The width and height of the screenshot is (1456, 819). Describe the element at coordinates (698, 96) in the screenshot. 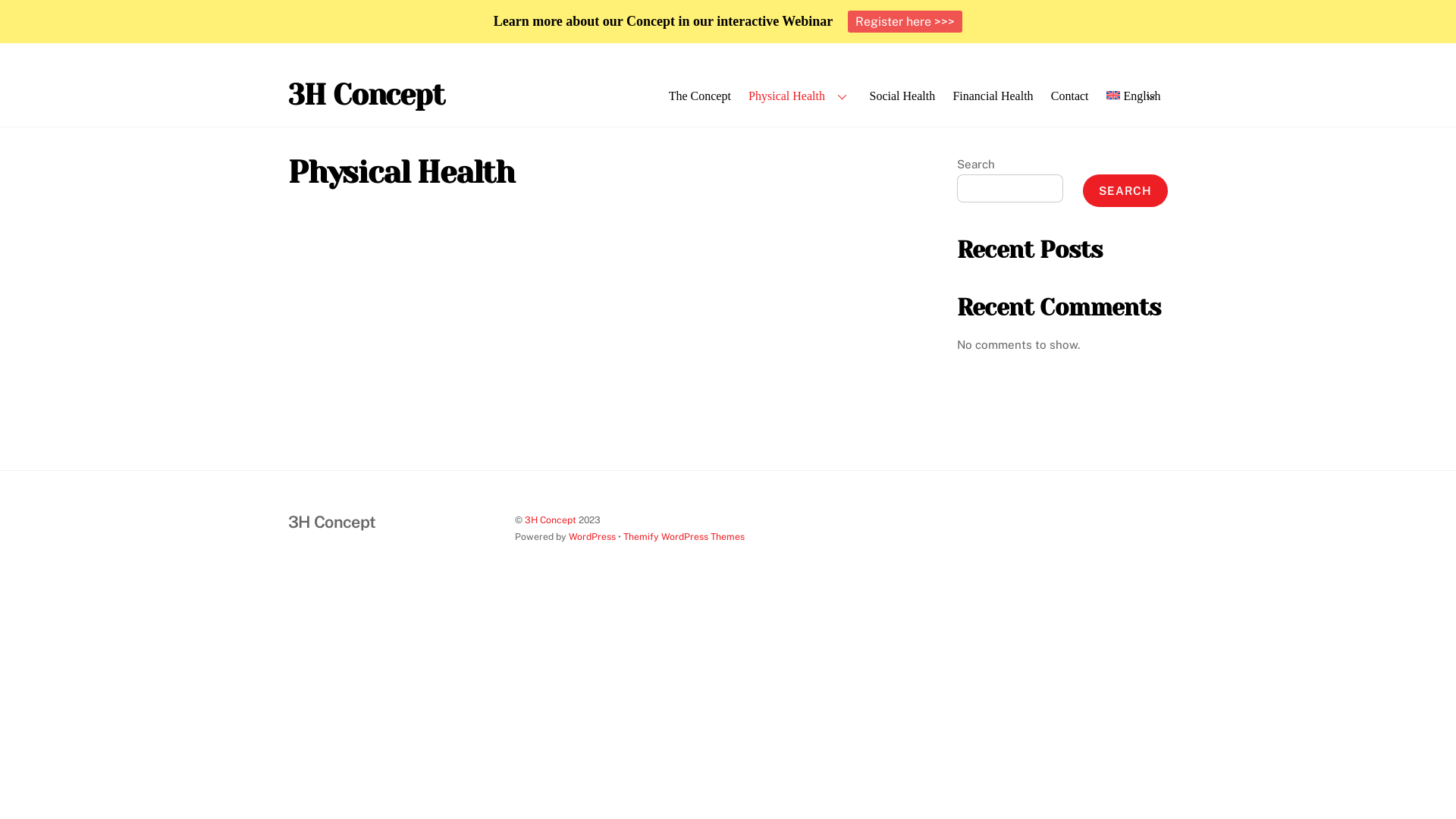

I see `'The Concept'` at that location.